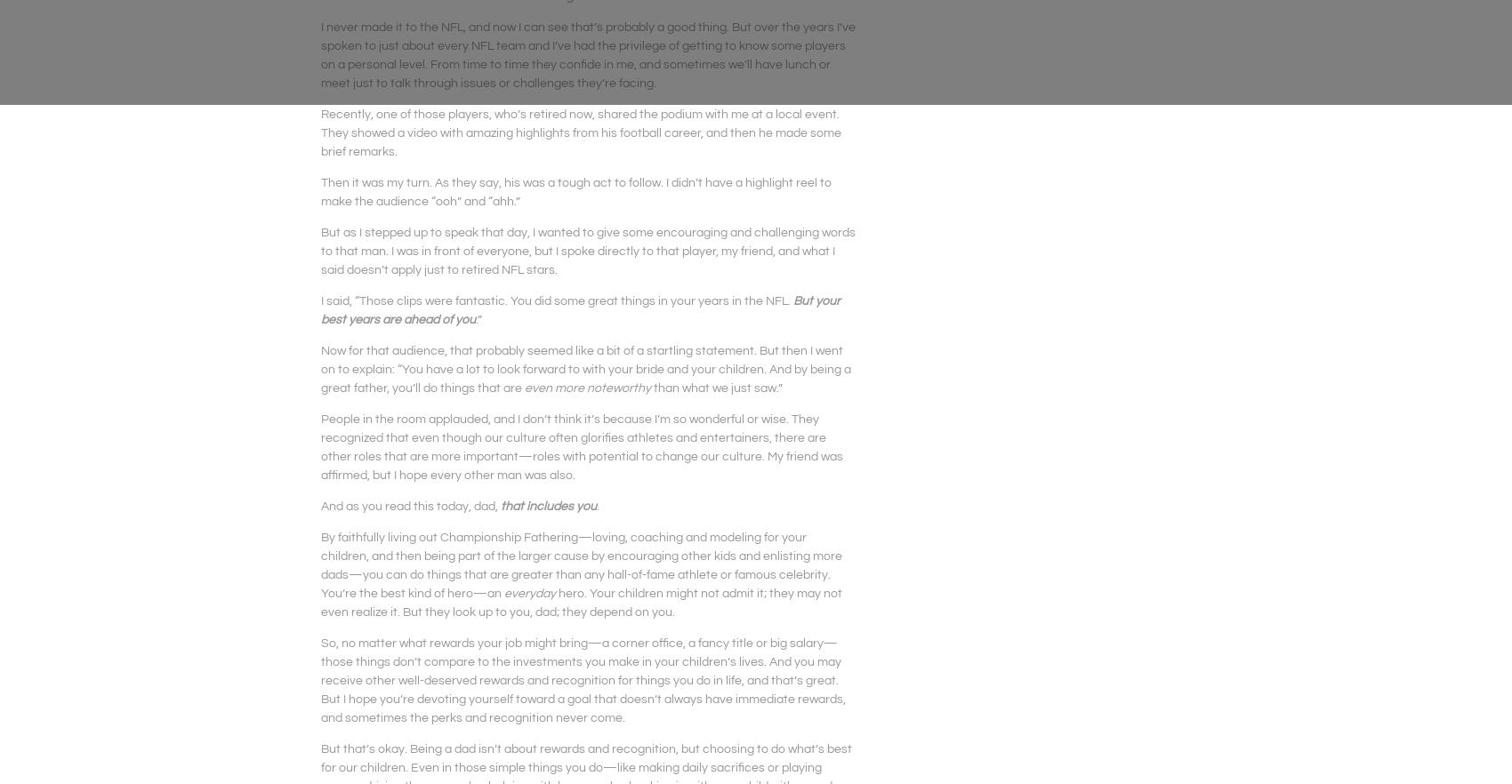 The height and width of the screenshot is (784, 1512). I want to click on 'Then it was my turn. As they say, his was a tough act to follow. I didn’t have a highlight reel to make the audience “ooh” and “ahh.”', so click(320, 191).